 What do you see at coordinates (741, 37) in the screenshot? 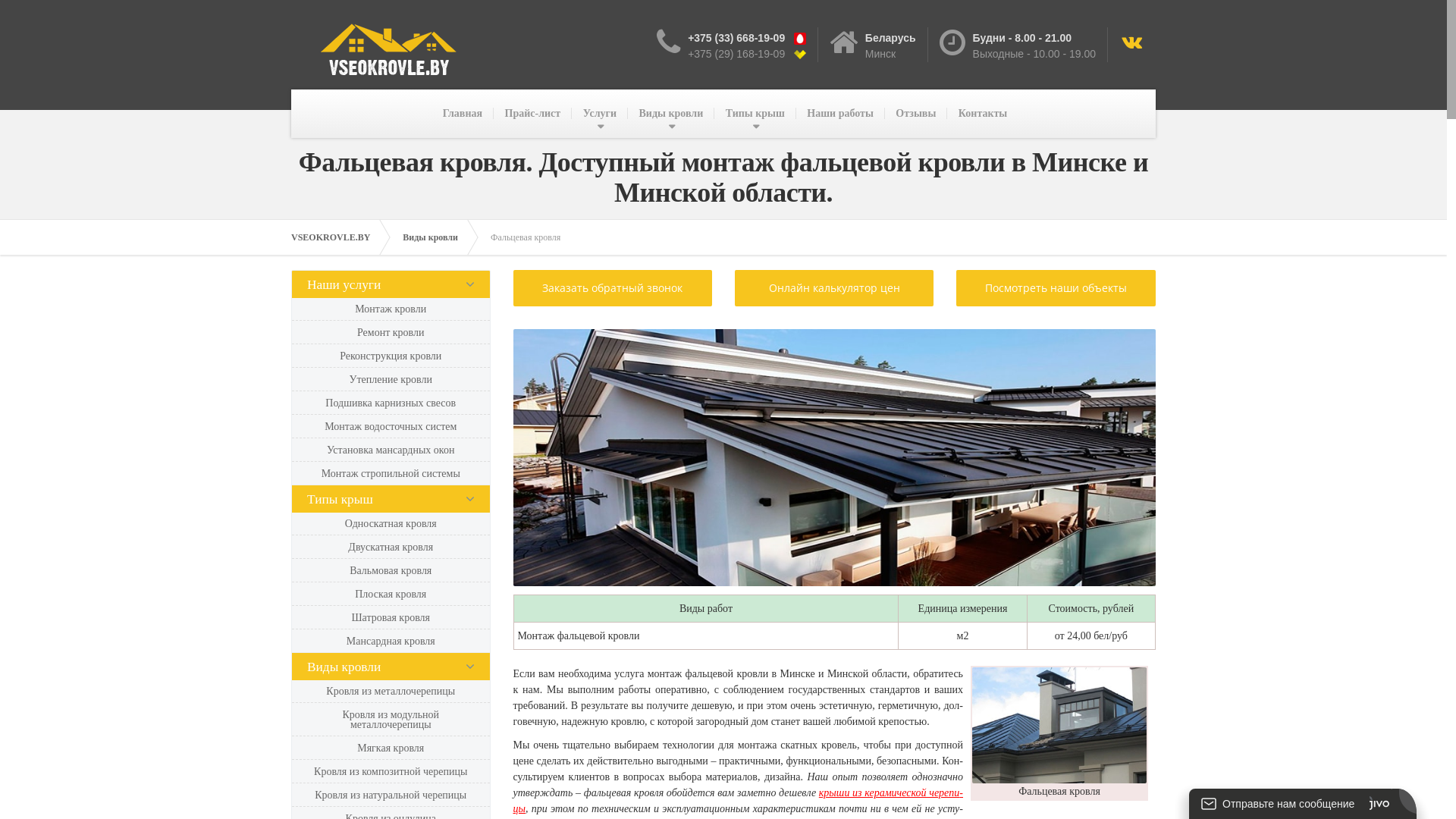
I see `'+375 (33) 668-19-09  '` at bounding box center [741, 37].